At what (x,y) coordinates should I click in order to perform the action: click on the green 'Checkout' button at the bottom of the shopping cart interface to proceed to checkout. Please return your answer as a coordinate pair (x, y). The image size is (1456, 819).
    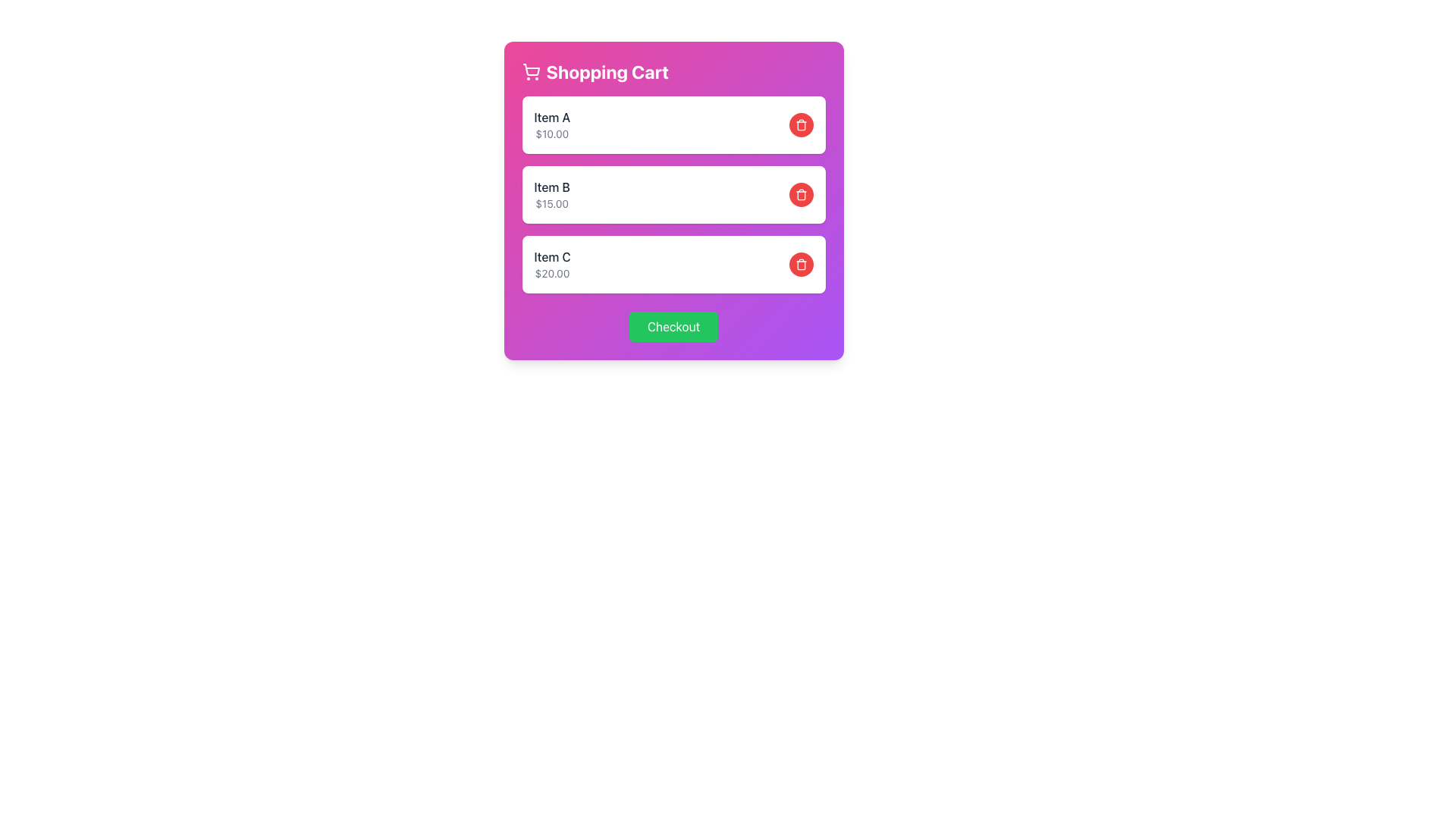
    Looking at the image, I should click on (673, 326).